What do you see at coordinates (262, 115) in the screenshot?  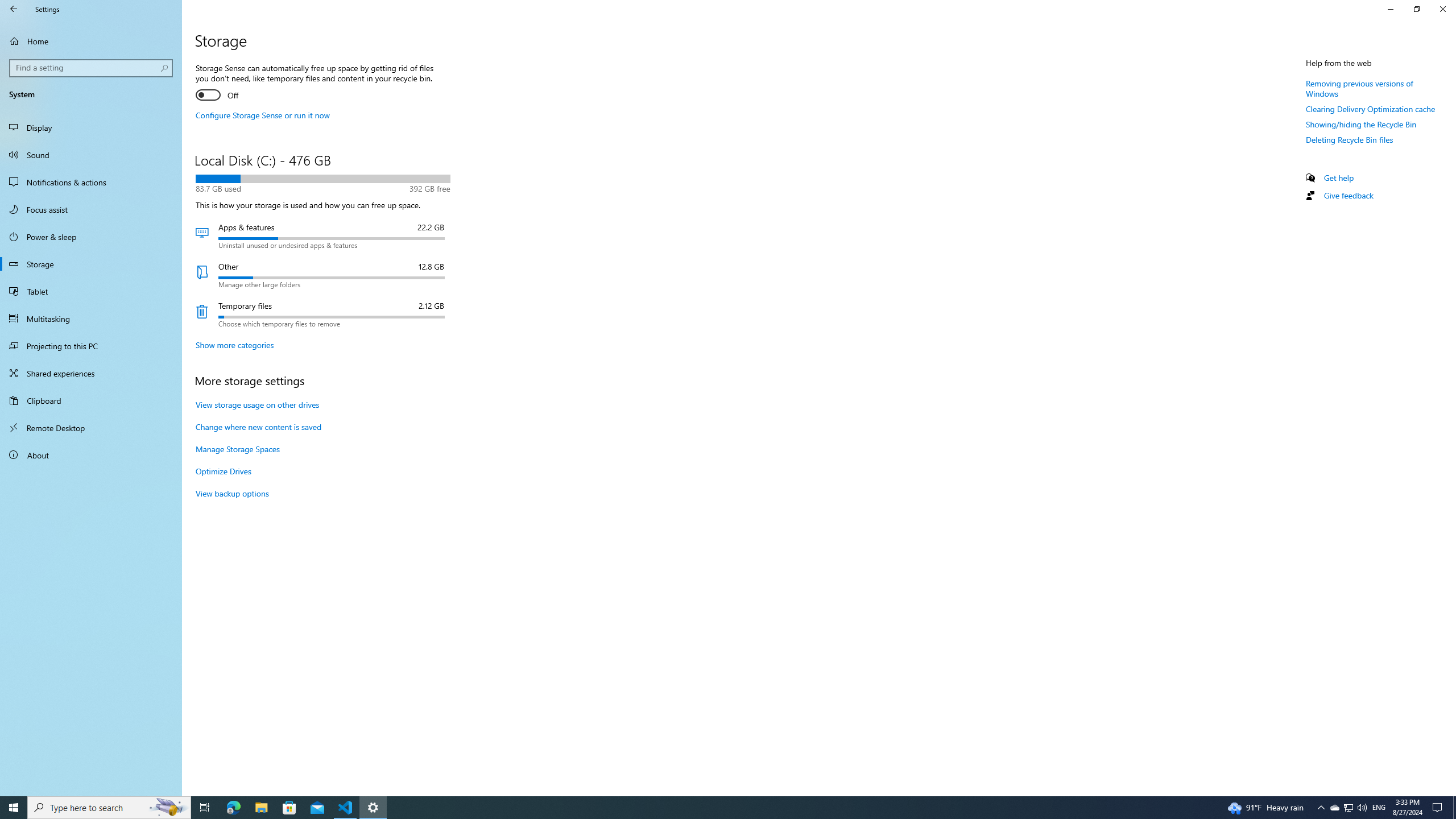 I see `'Configure Storage Sense or run it now'` at bounding box center [262, 115].